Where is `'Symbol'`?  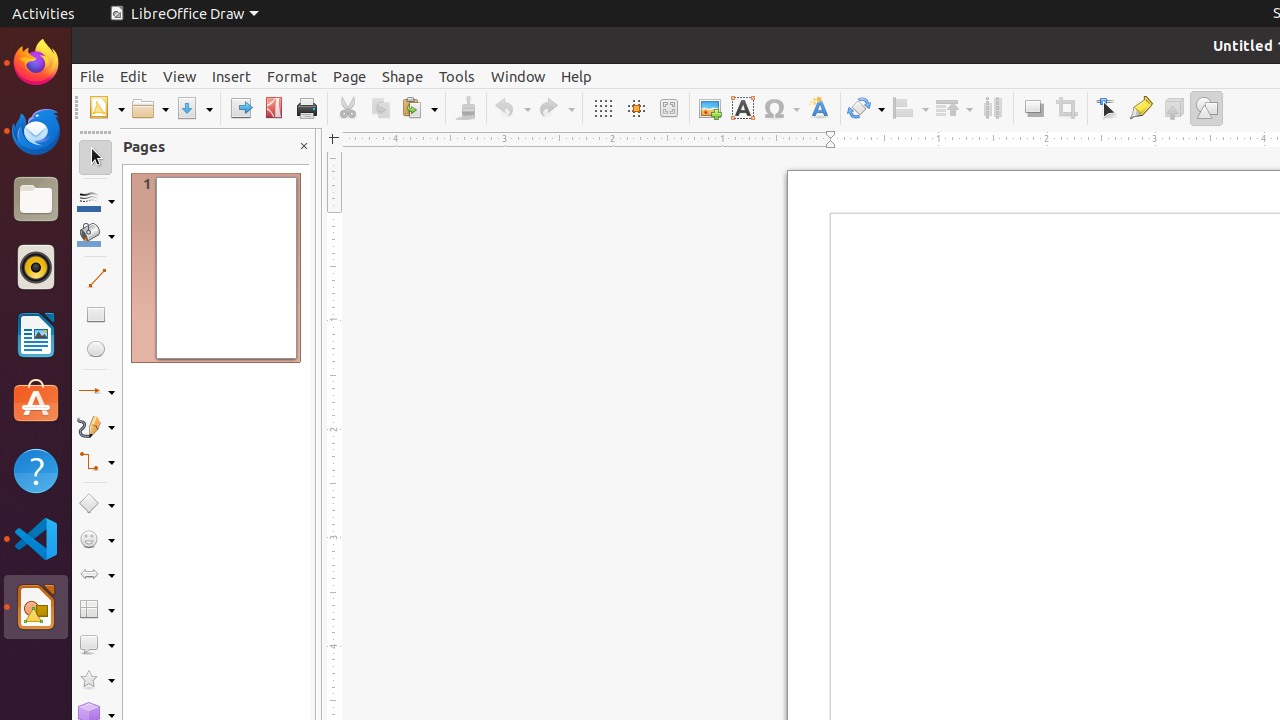
'Symbol' is located at coordinates (780, 108).